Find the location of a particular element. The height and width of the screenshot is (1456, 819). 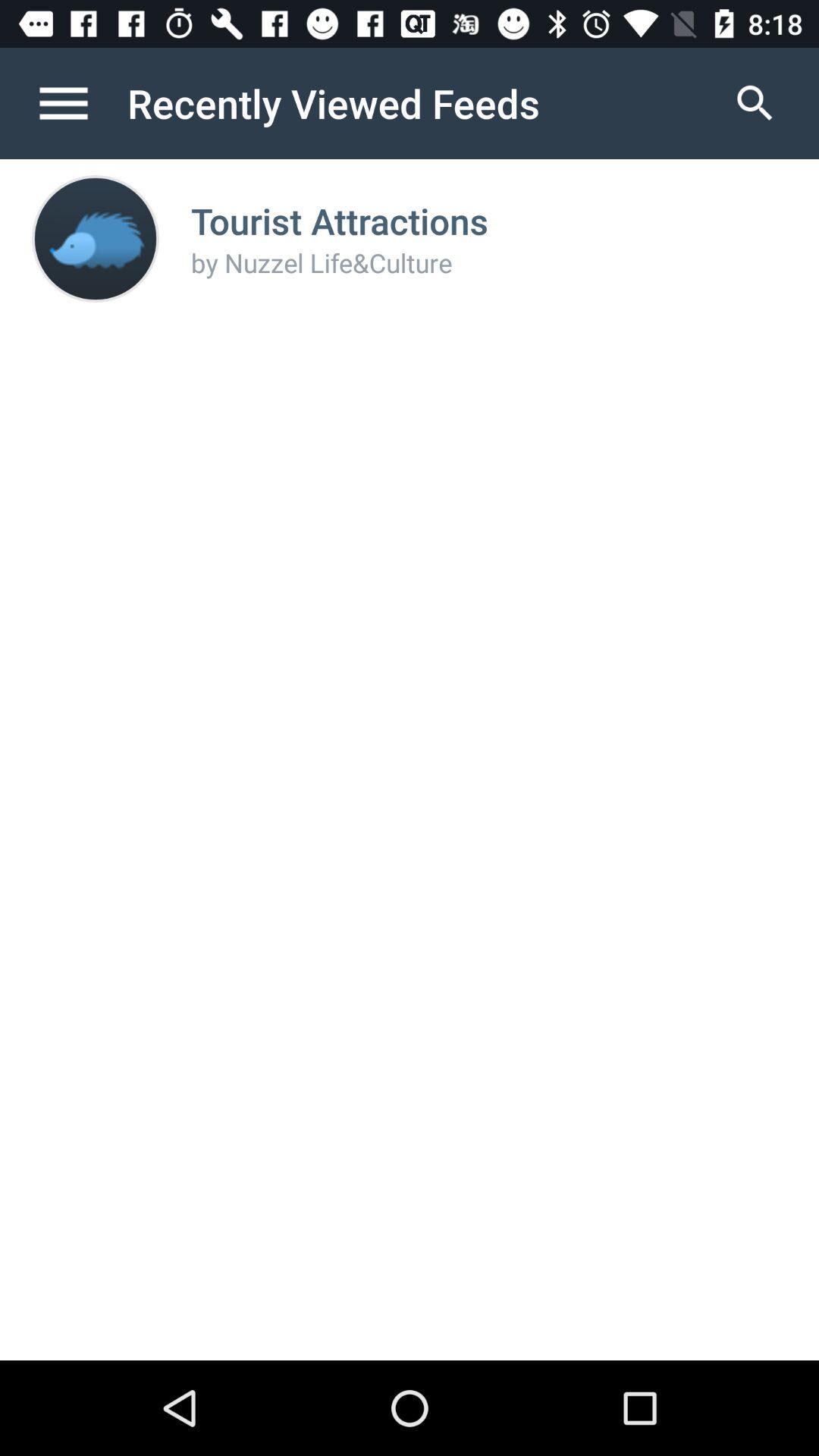

icon to the right of the recently viewed feeds is located at coordinates (755, 102).